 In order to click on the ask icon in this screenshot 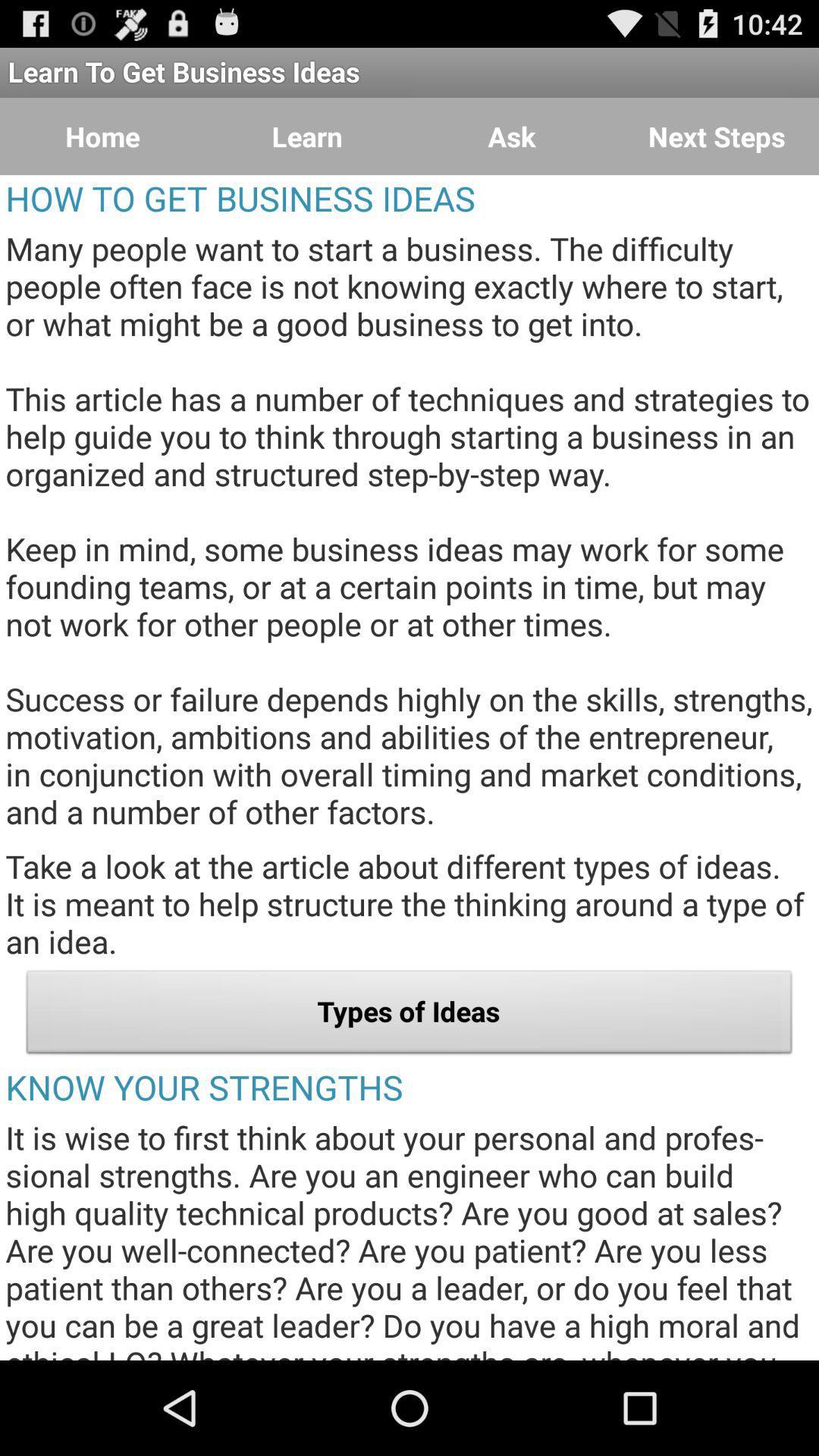, I will do `click(512, 136)`.